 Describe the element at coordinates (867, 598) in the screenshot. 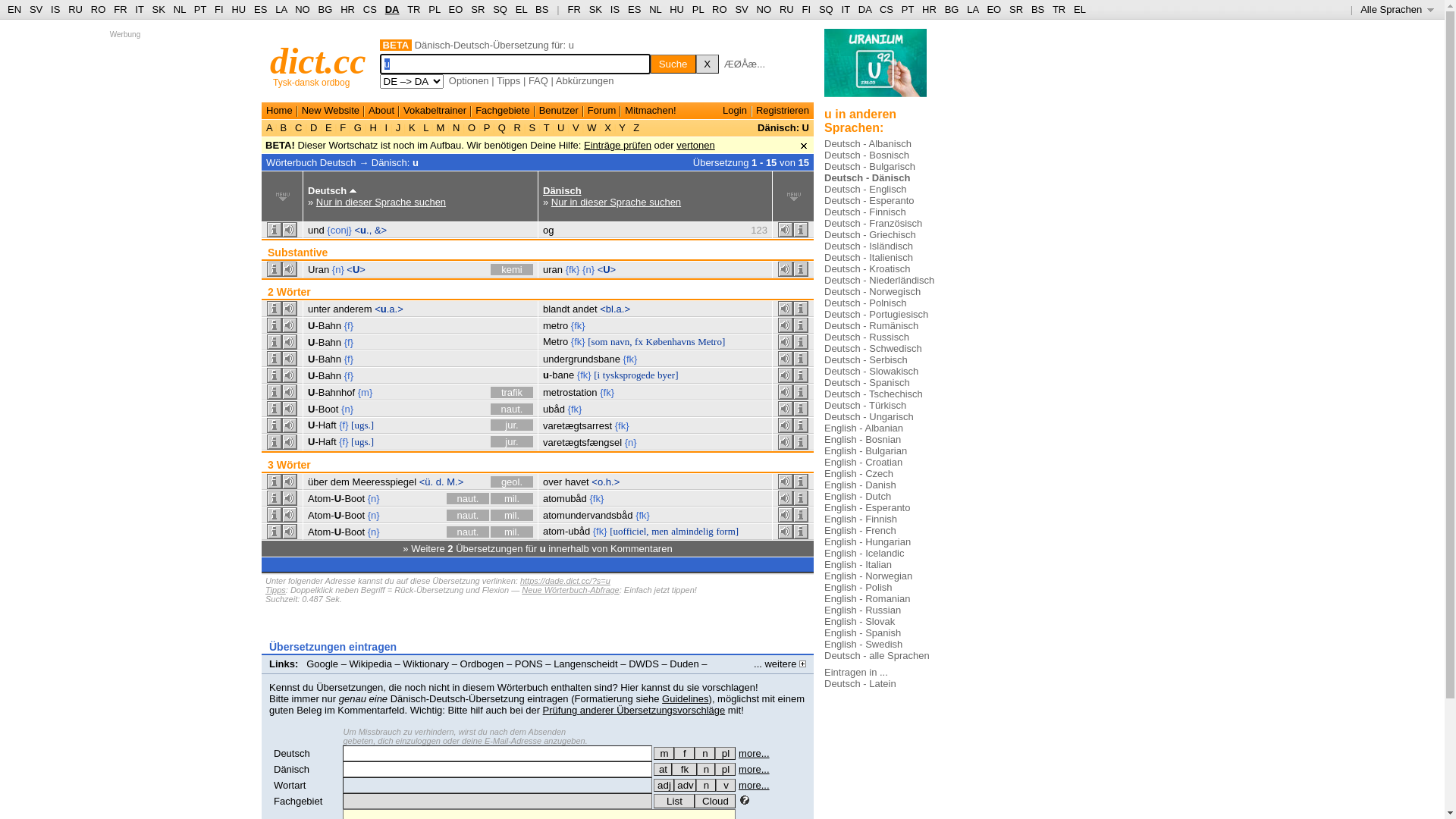

I see `'English - Romanian'` at that location.